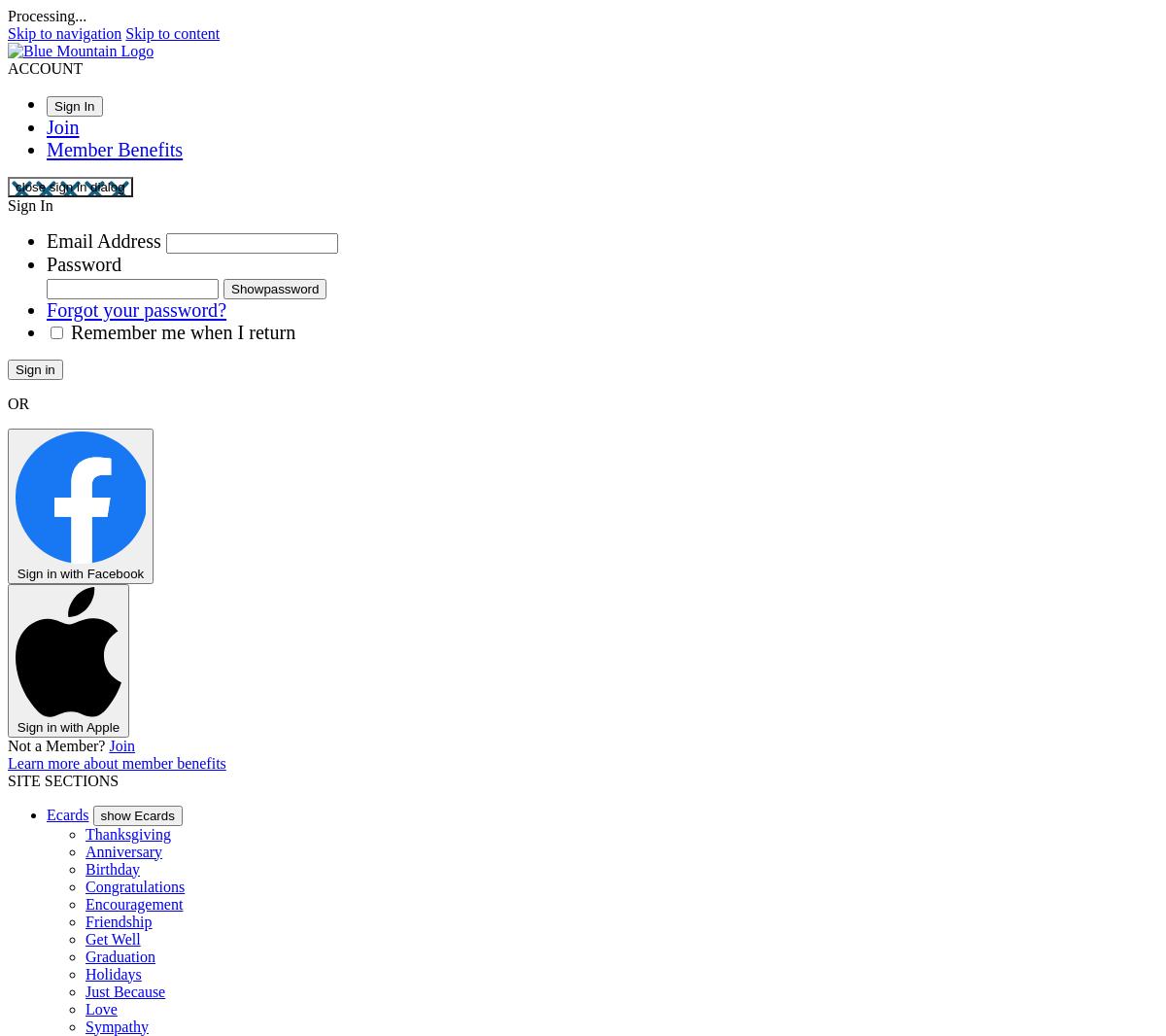  I want to click on 'Get Well', so click(113, 938).